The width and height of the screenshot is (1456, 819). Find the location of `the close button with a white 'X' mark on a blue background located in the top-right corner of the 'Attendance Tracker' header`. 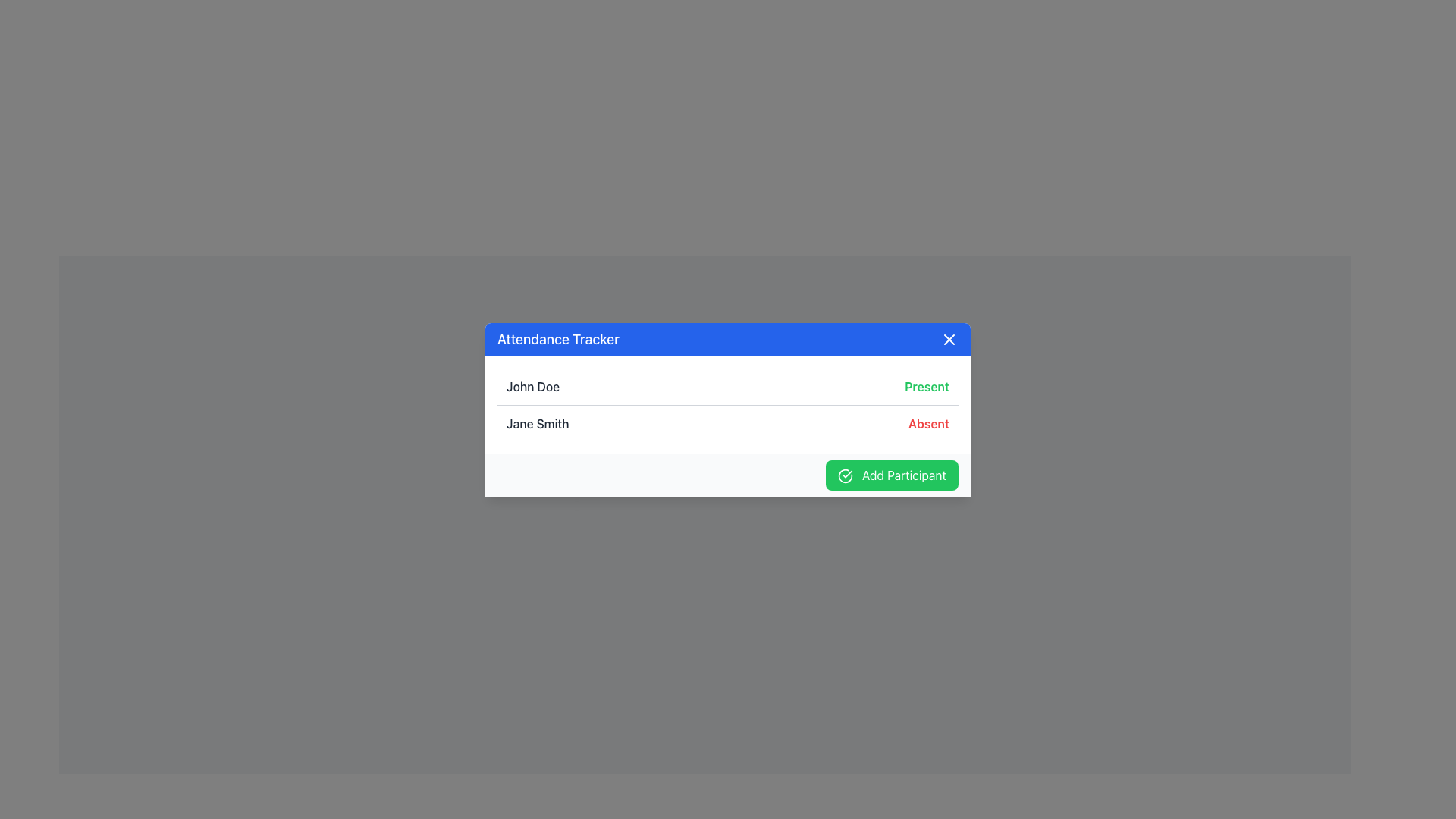

the close button with a white 'X' mark on a blue background located in the top-right corner of the 'Attendance Tracker' header is located at coordinates (949, 338).